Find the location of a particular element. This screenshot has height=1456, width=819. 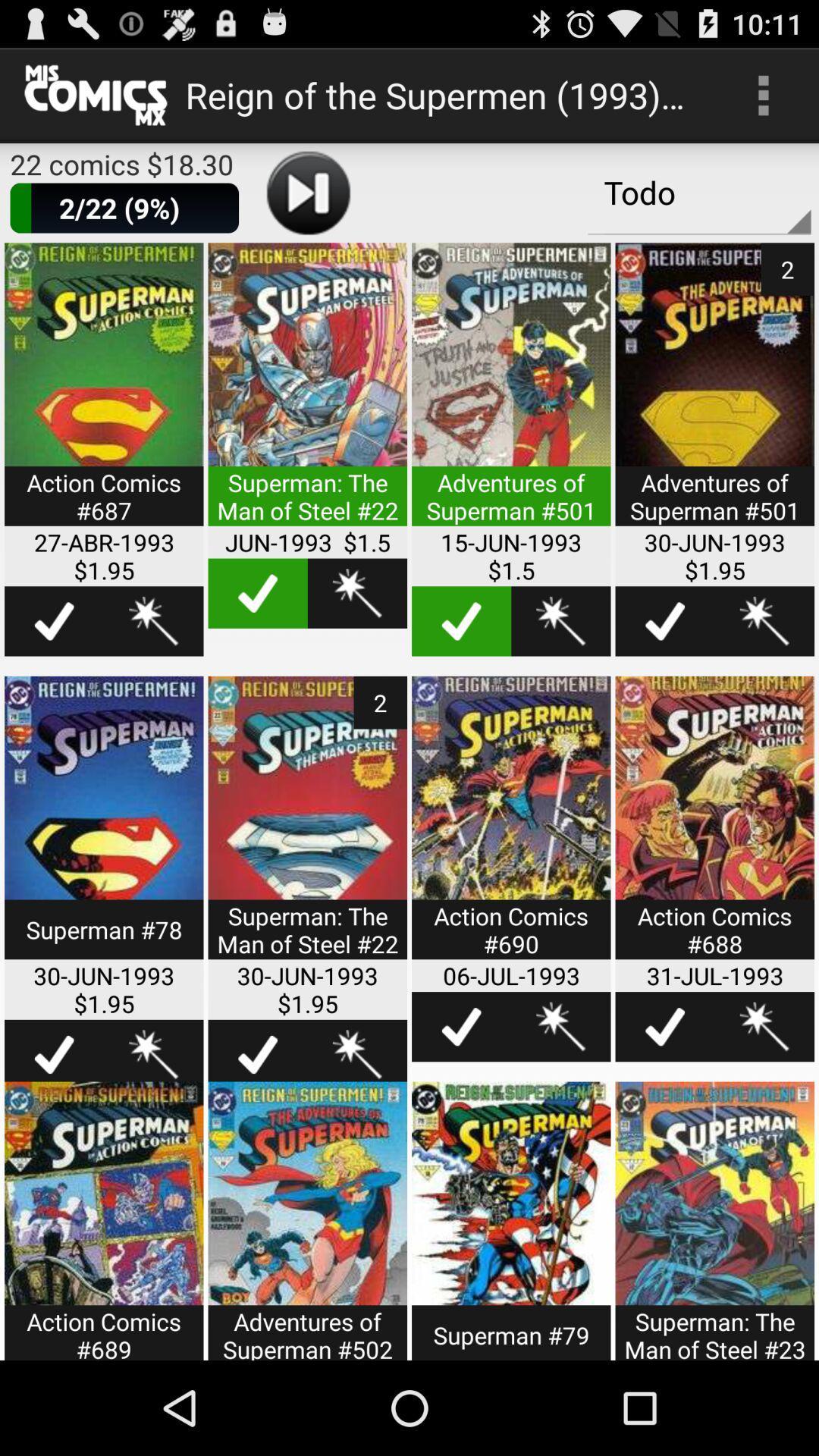

selection is located at coordinates (664, 1027).